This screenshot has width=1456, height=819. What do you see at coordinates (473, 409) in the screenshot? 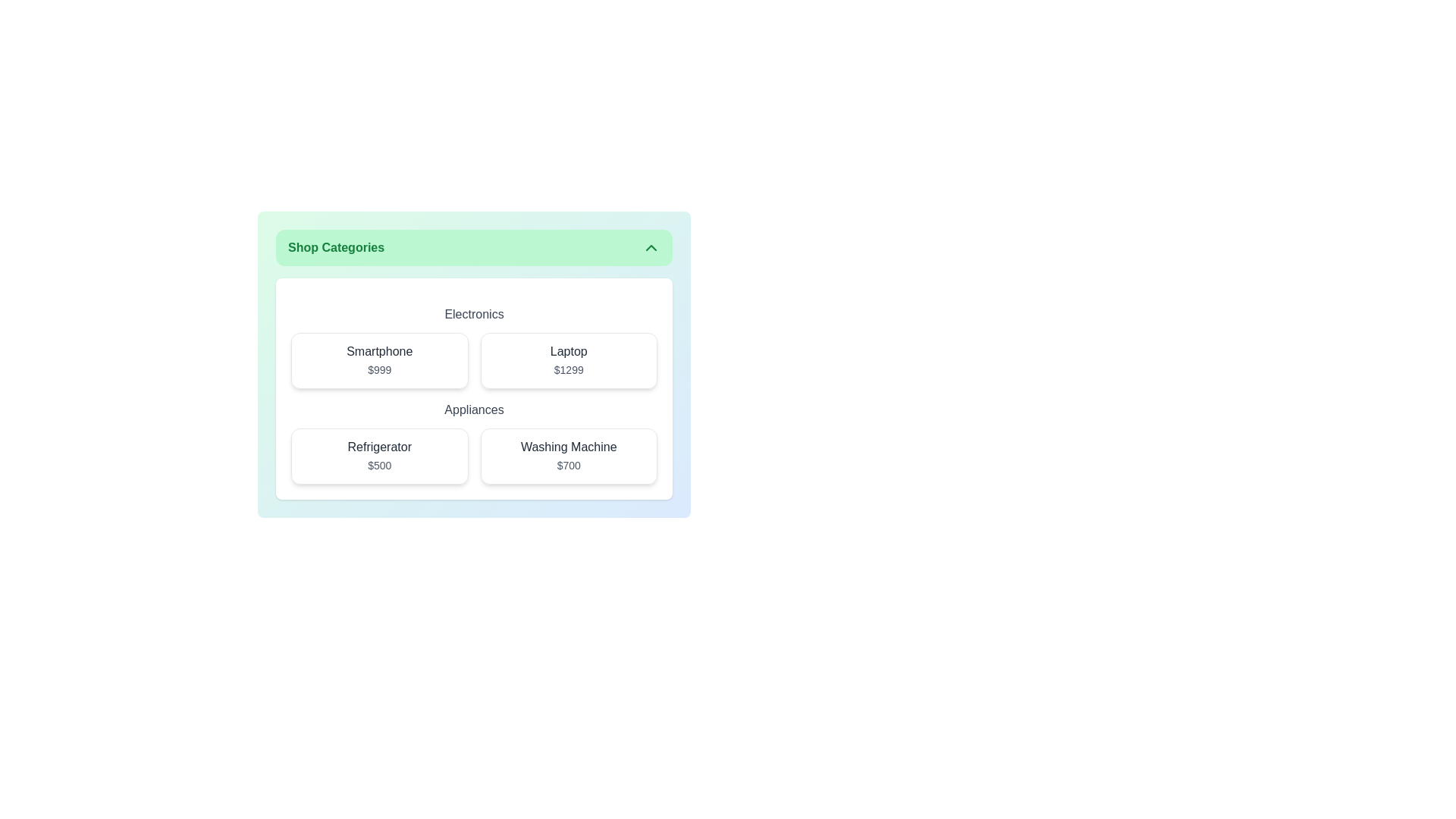
I see `the text label that categorizes the products, located below the 'Electronics' label and above the grid items 'Refrigerator $500' and 'Washing Machine $700'` at bounding box center [473, 409].